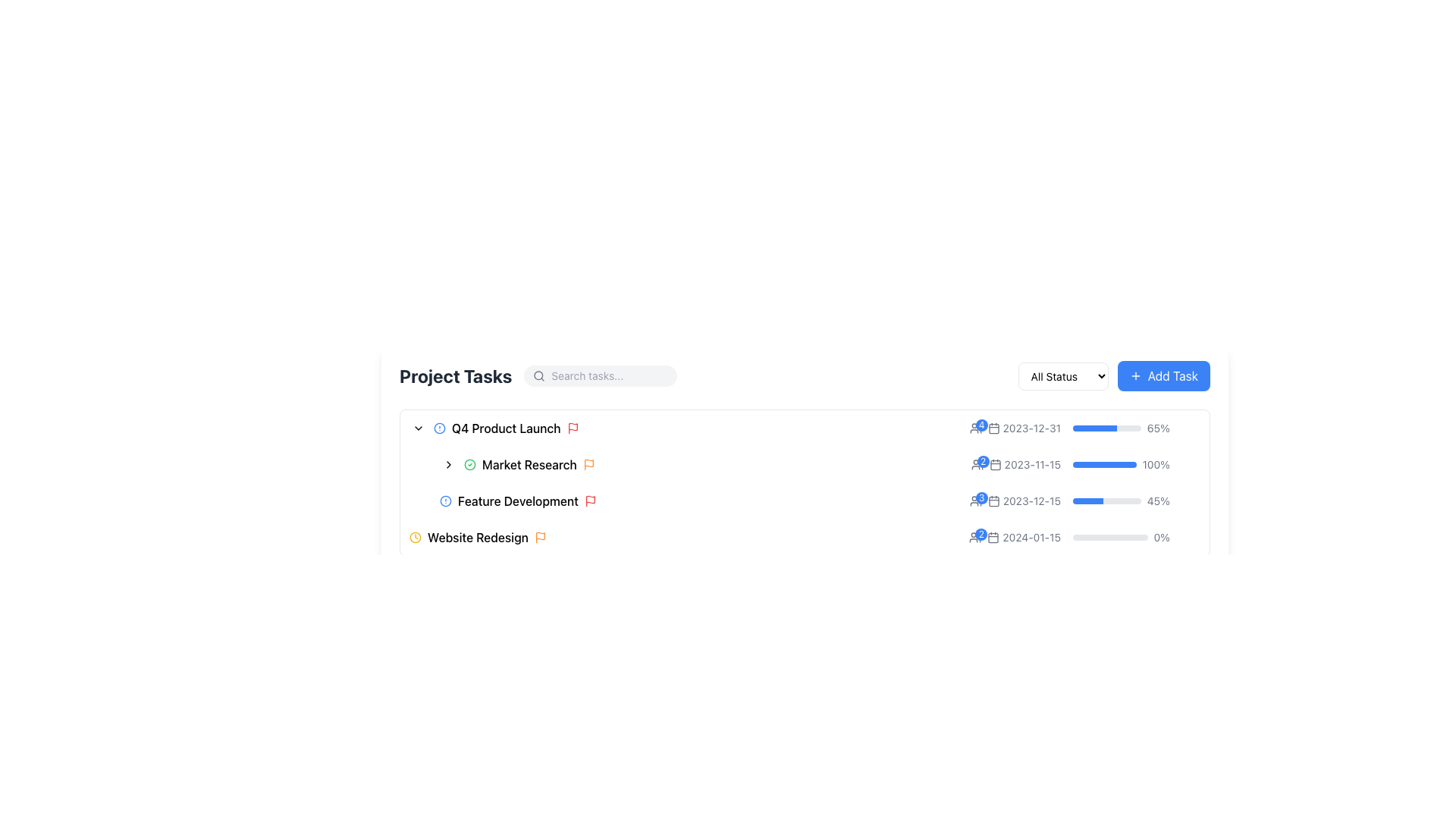 The height and width of the screenshot is (819, 1456). Describe the element at coordinates (993, 500) in the screenshot. I see `the static calendar icon associated with the date '2023-12-15', which appears next to the date label and before other UI elements` at that location.